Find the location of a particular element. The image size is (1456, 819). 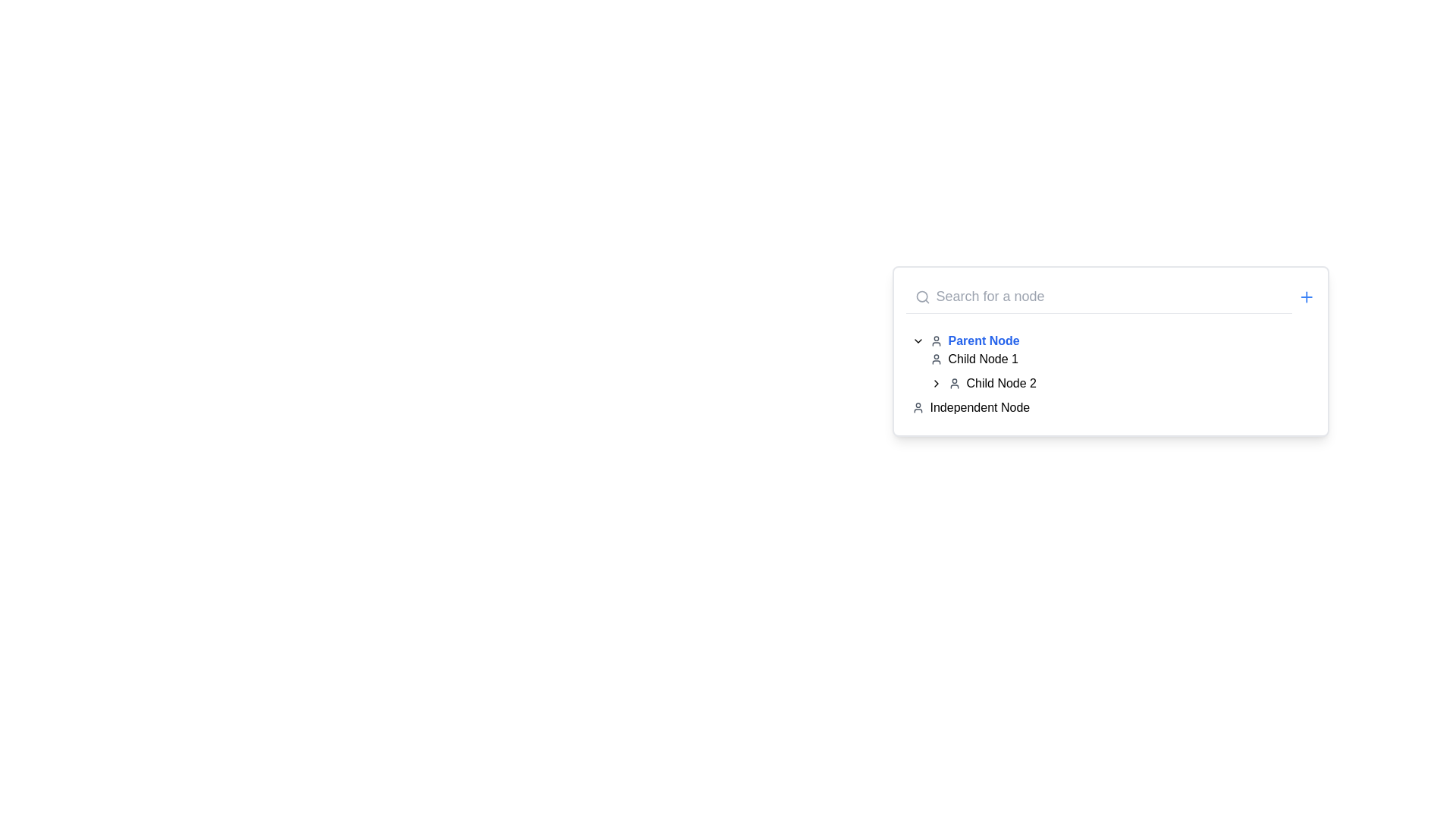

the text label that serves as the title of a clickable item in a navigation structure is located at coordinates (984, 341).